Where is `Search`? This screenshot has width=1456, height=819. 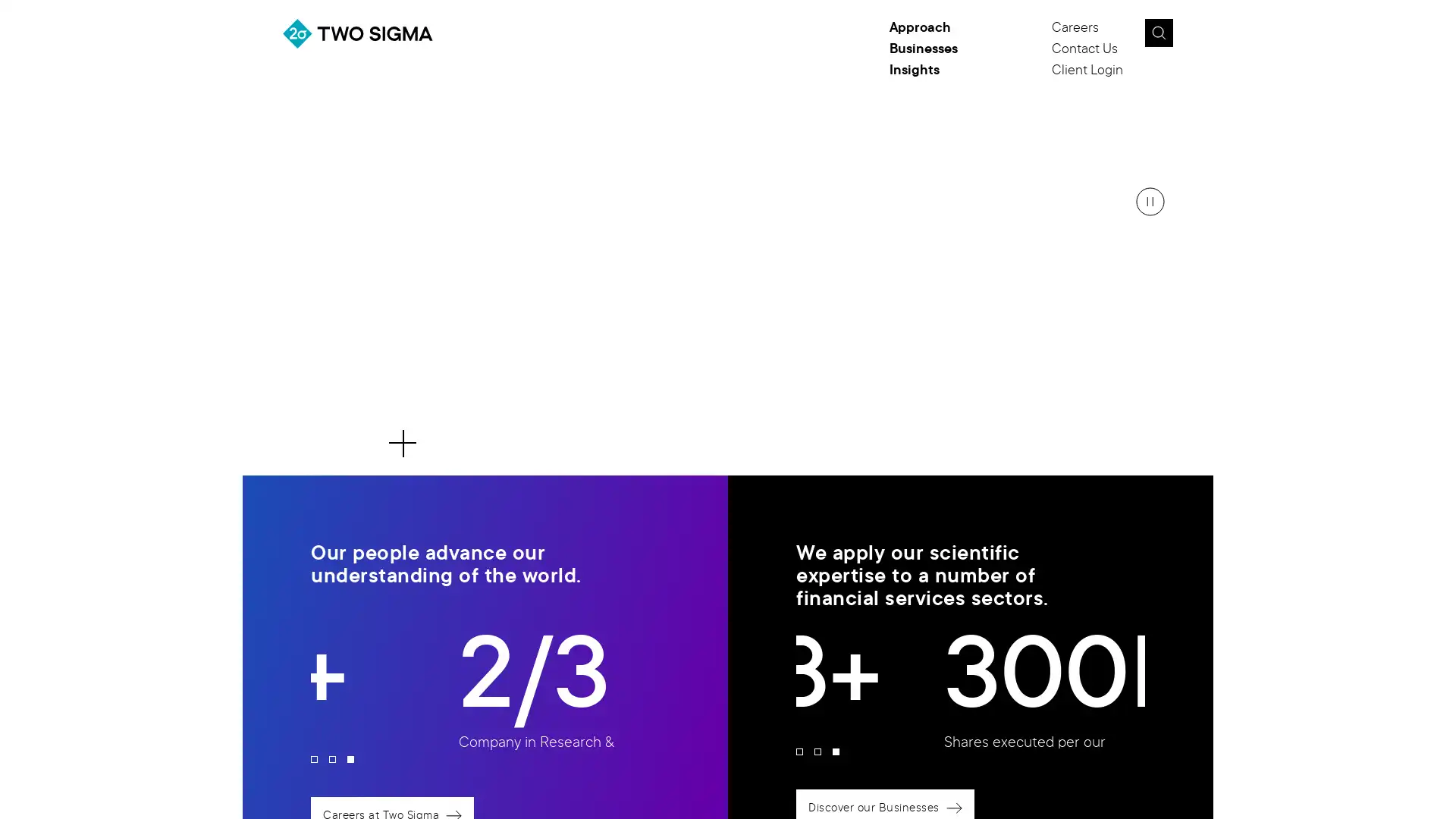
Search is located at coordinates (1193, 37).